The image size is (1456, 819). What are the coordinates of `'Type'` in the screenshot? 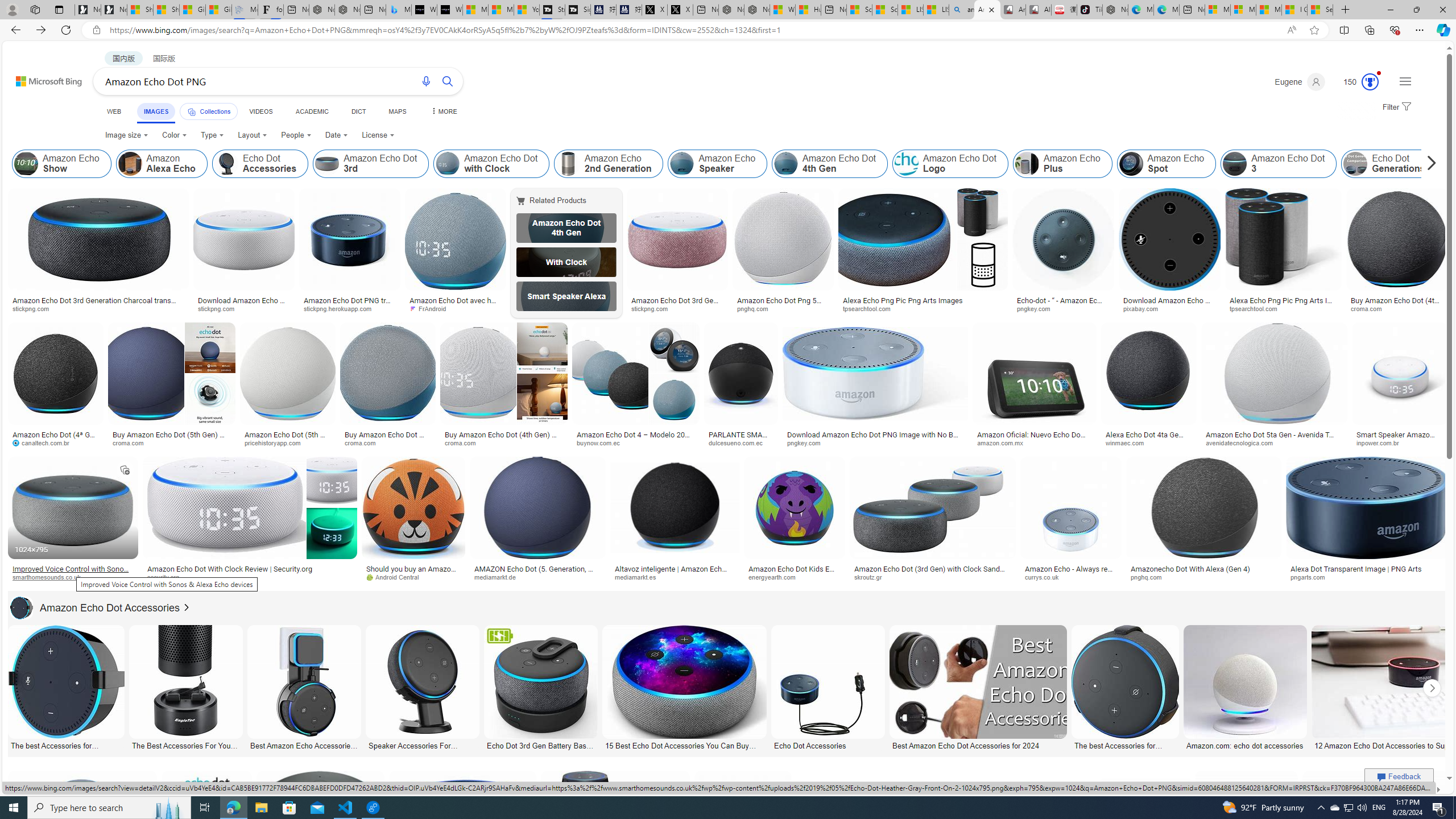 It's located at (212, 135).